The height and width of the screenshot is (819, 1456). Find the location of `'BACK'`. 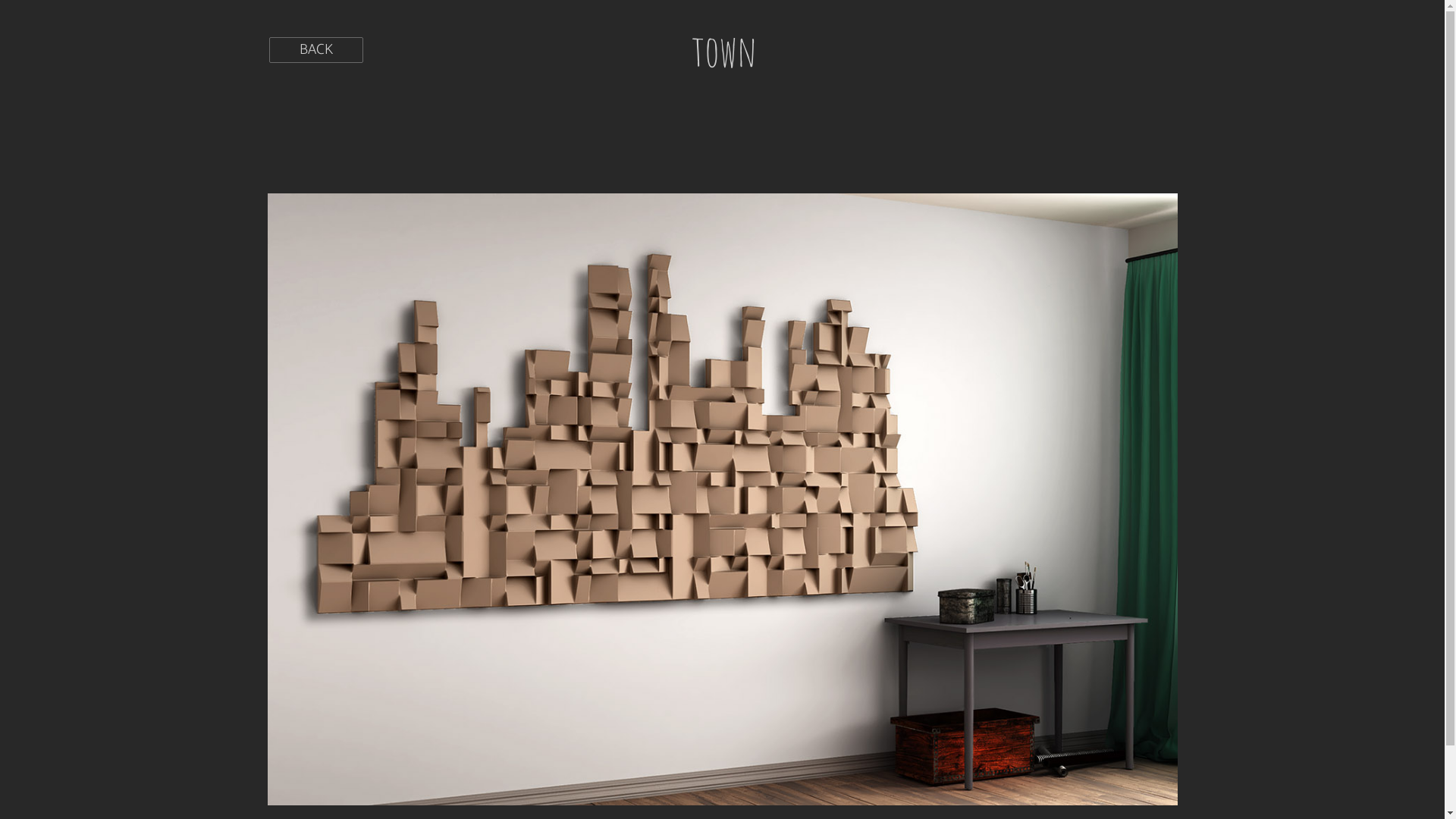

'BACK' is located at coordinates (315, 49).